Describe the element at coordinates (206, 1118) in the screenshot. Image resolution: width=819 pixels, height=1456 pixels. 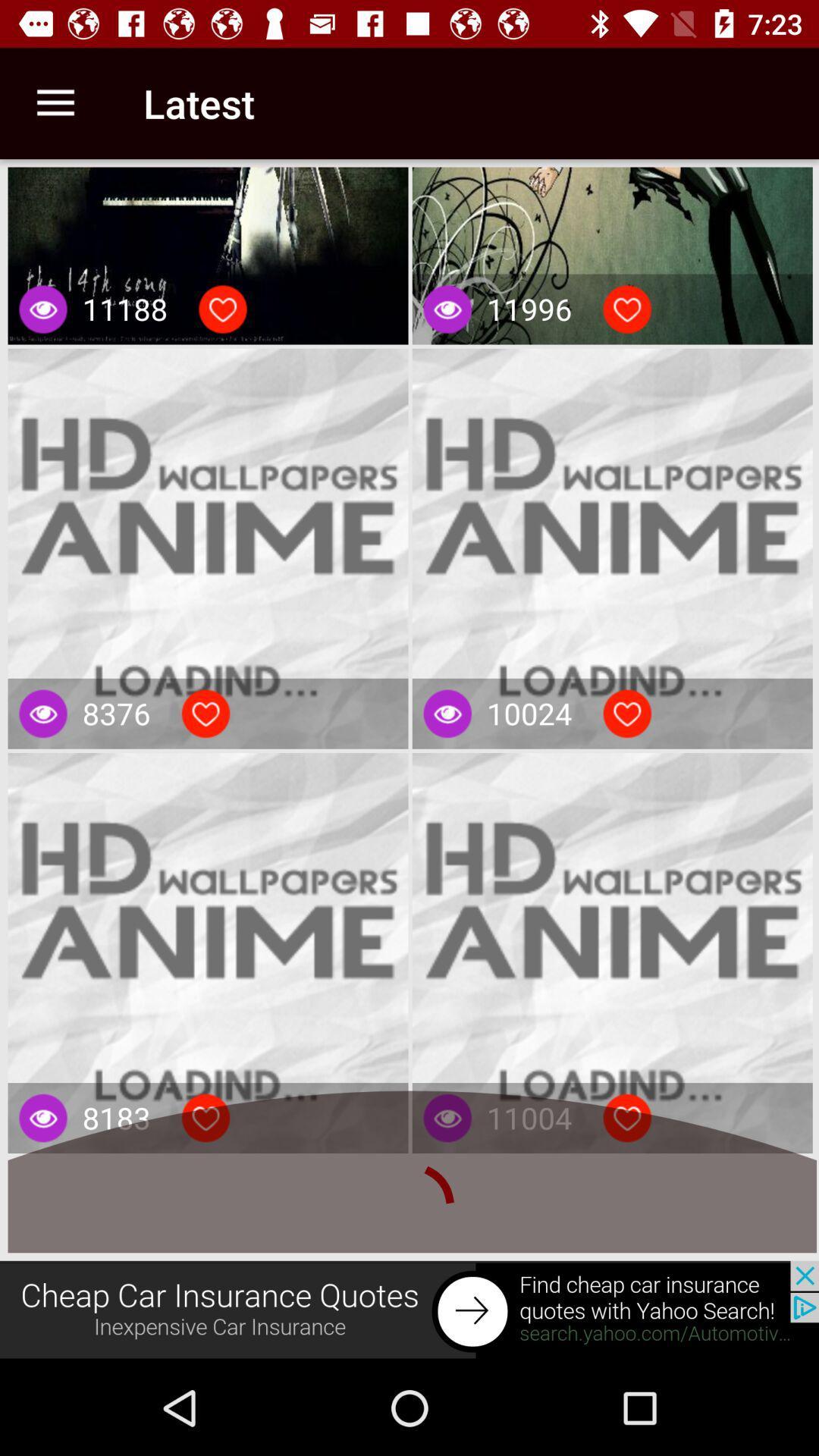
I see `like this` at that location.